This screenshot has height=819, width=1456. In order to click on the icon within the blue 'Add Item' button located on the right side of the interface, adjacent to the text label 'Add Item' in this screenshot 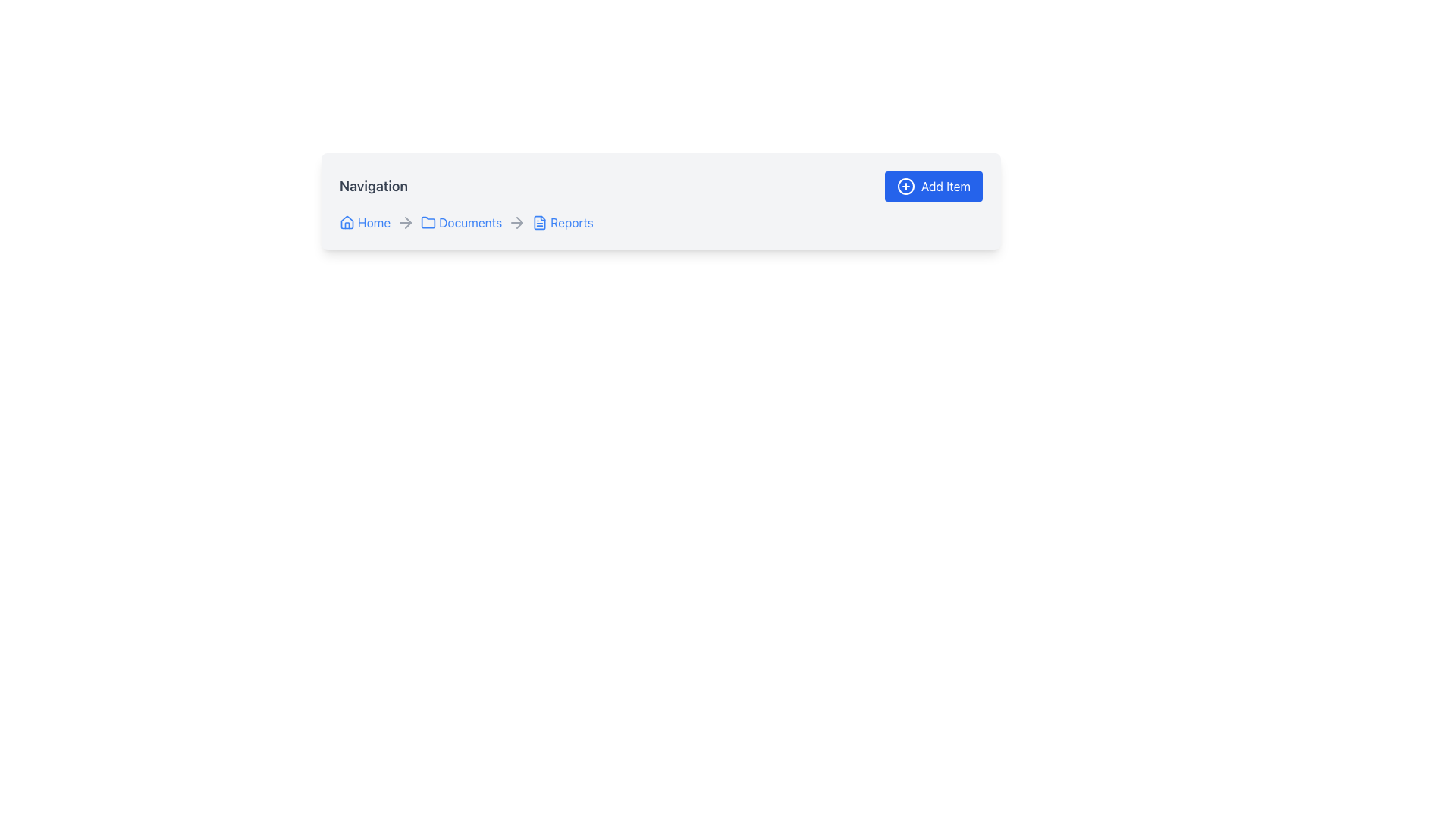, I will do `click(906, 186)`.